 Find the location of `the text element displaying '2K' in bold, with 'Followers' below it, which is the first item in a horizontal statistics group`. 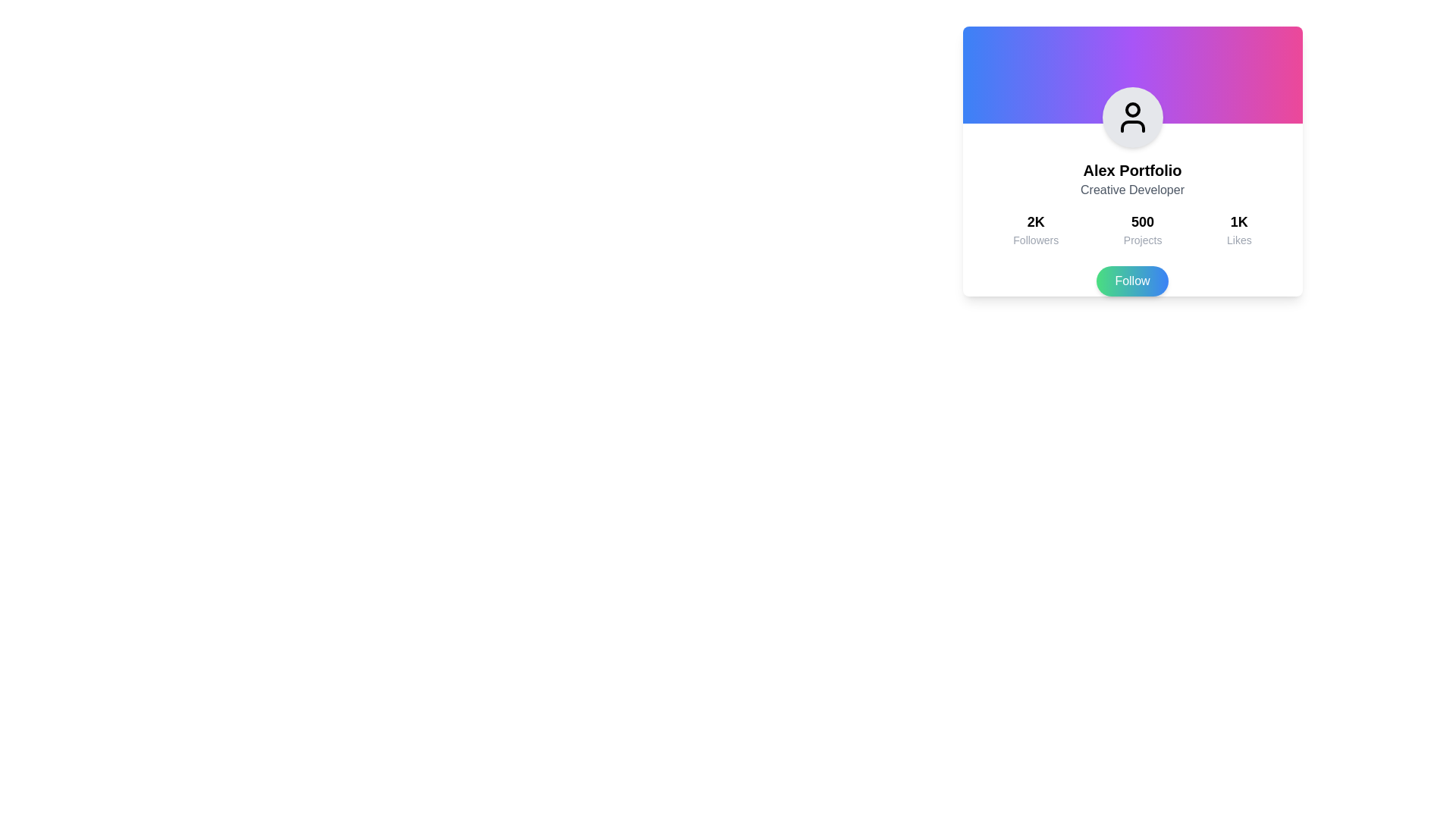

the text element displaying '2K' in bold, with 'Followers' below it, which is the first item in a horizontal statistics group is located at coordinates (1035, 230).